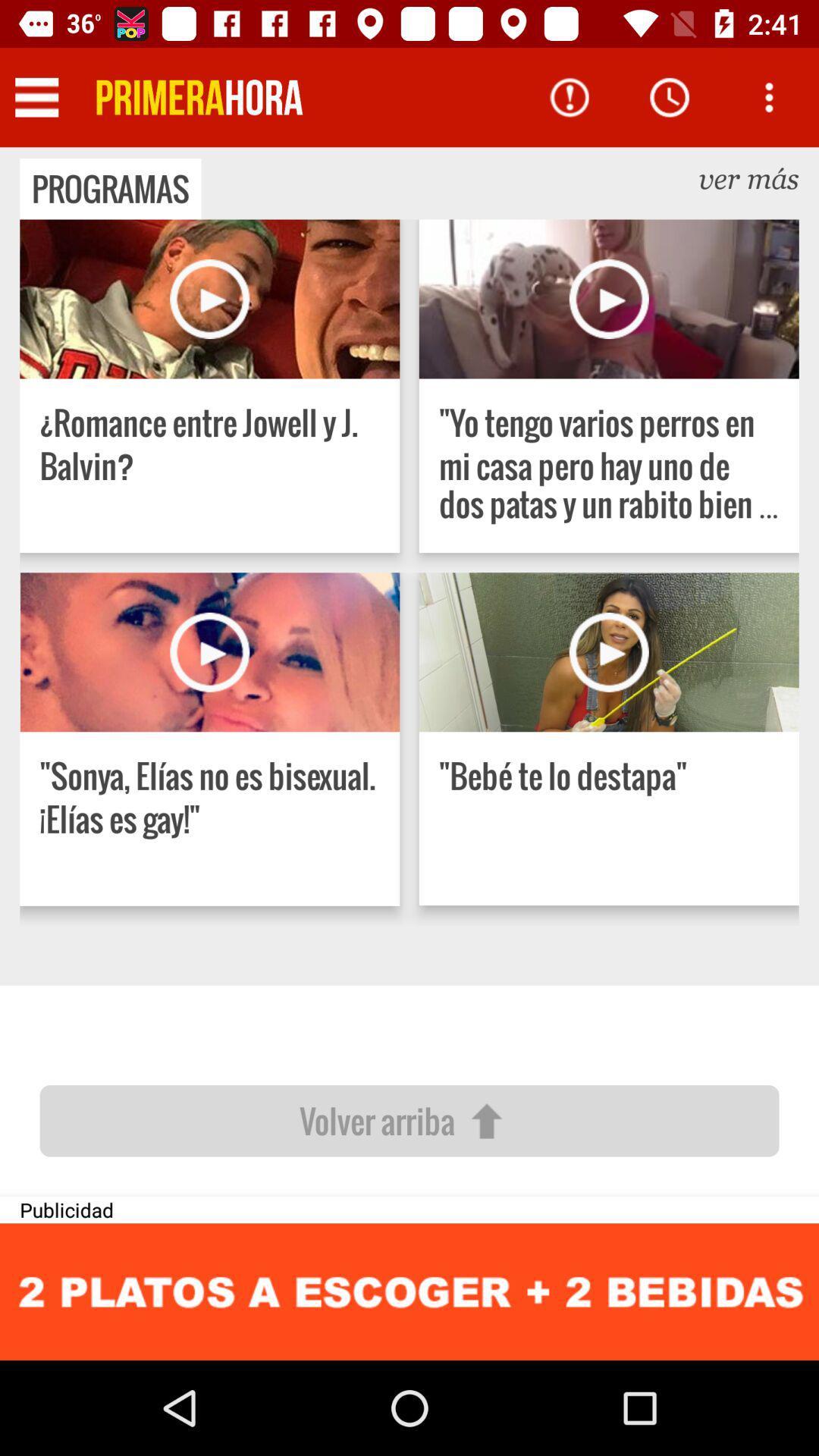  What do you see at coordinates (36, 96) in the screenshot?
I see `menu` at bounding box center [36, 96].